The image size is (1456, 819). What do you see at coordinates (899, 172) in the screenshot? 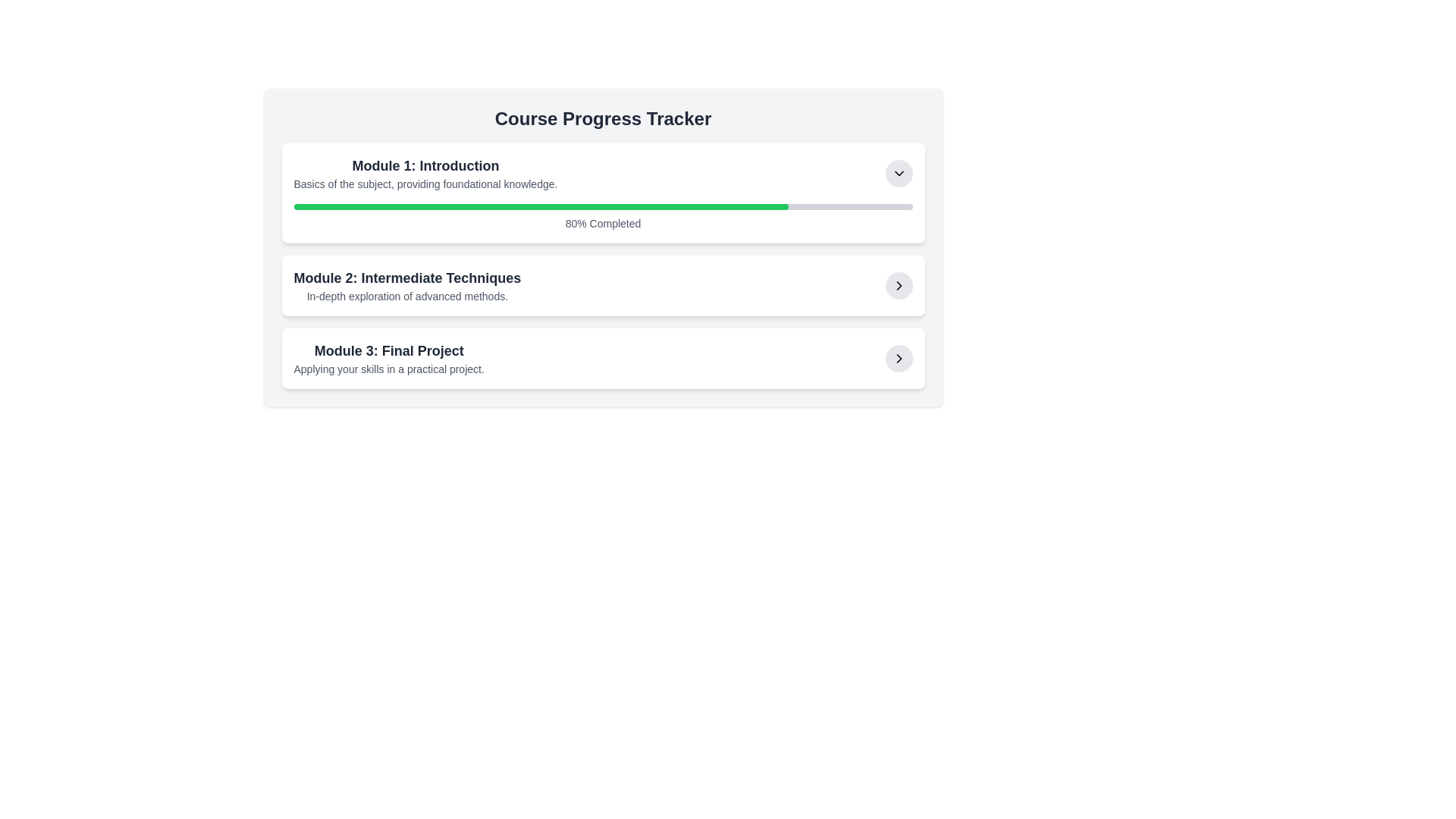
I see `the circular button with a light gray background and a downward arrow icon` at bounding box center [899, 172].